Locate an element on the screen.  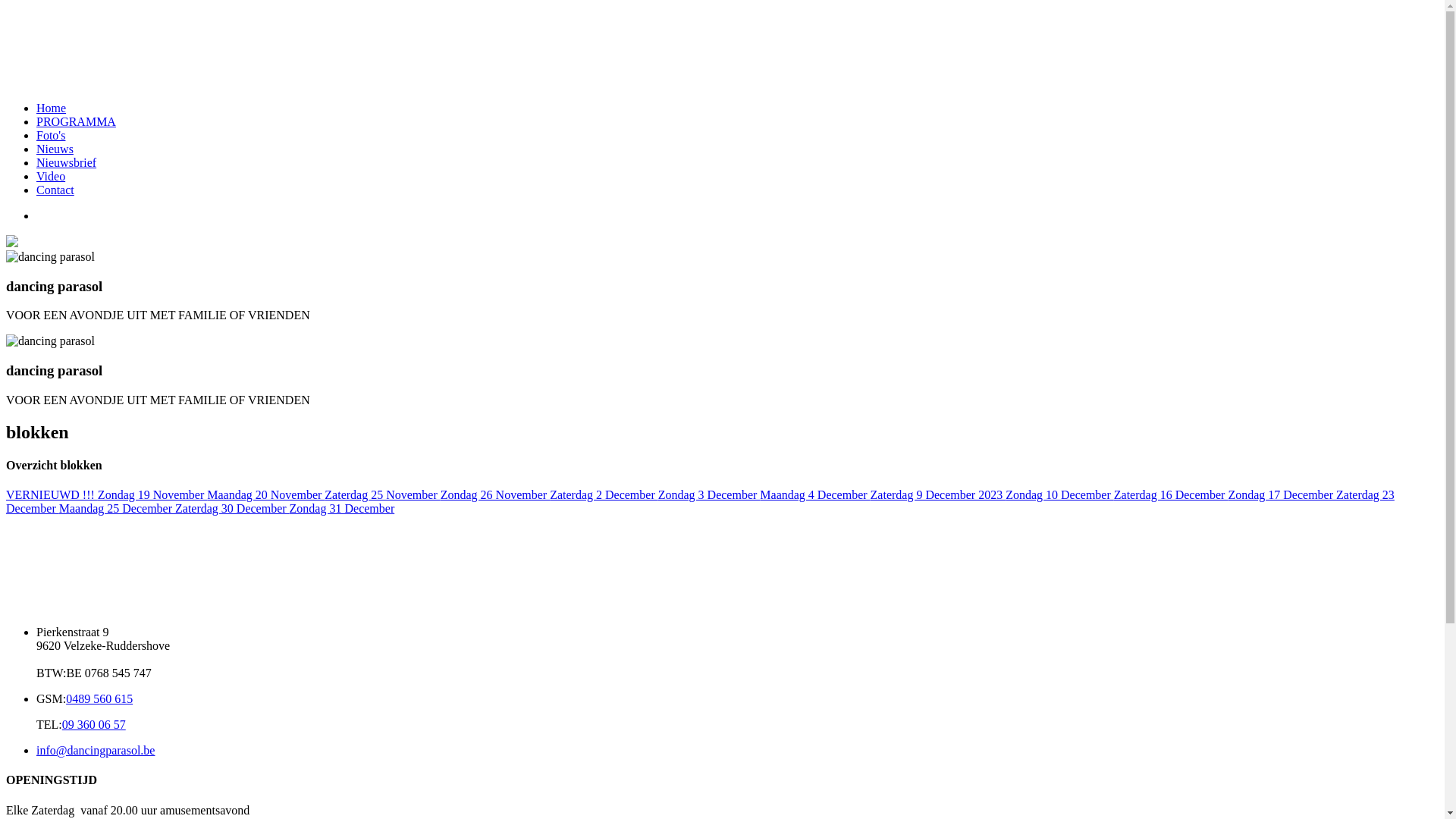
'VERNIEUWD !!!' is located at coordinates (52, 494).